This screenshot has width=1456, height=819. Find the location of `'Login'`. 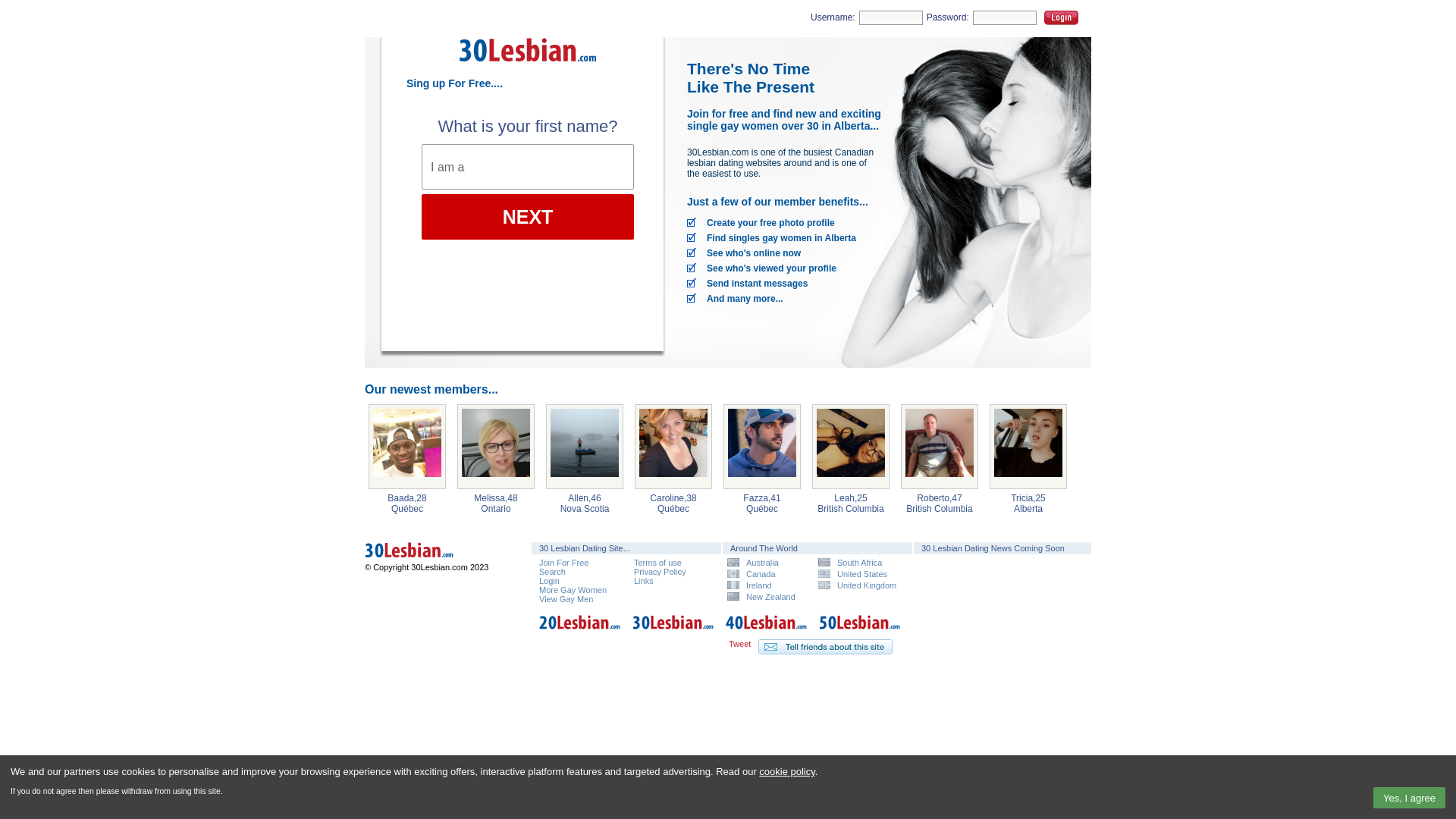

'Login' is located at coordinates (548, 580).